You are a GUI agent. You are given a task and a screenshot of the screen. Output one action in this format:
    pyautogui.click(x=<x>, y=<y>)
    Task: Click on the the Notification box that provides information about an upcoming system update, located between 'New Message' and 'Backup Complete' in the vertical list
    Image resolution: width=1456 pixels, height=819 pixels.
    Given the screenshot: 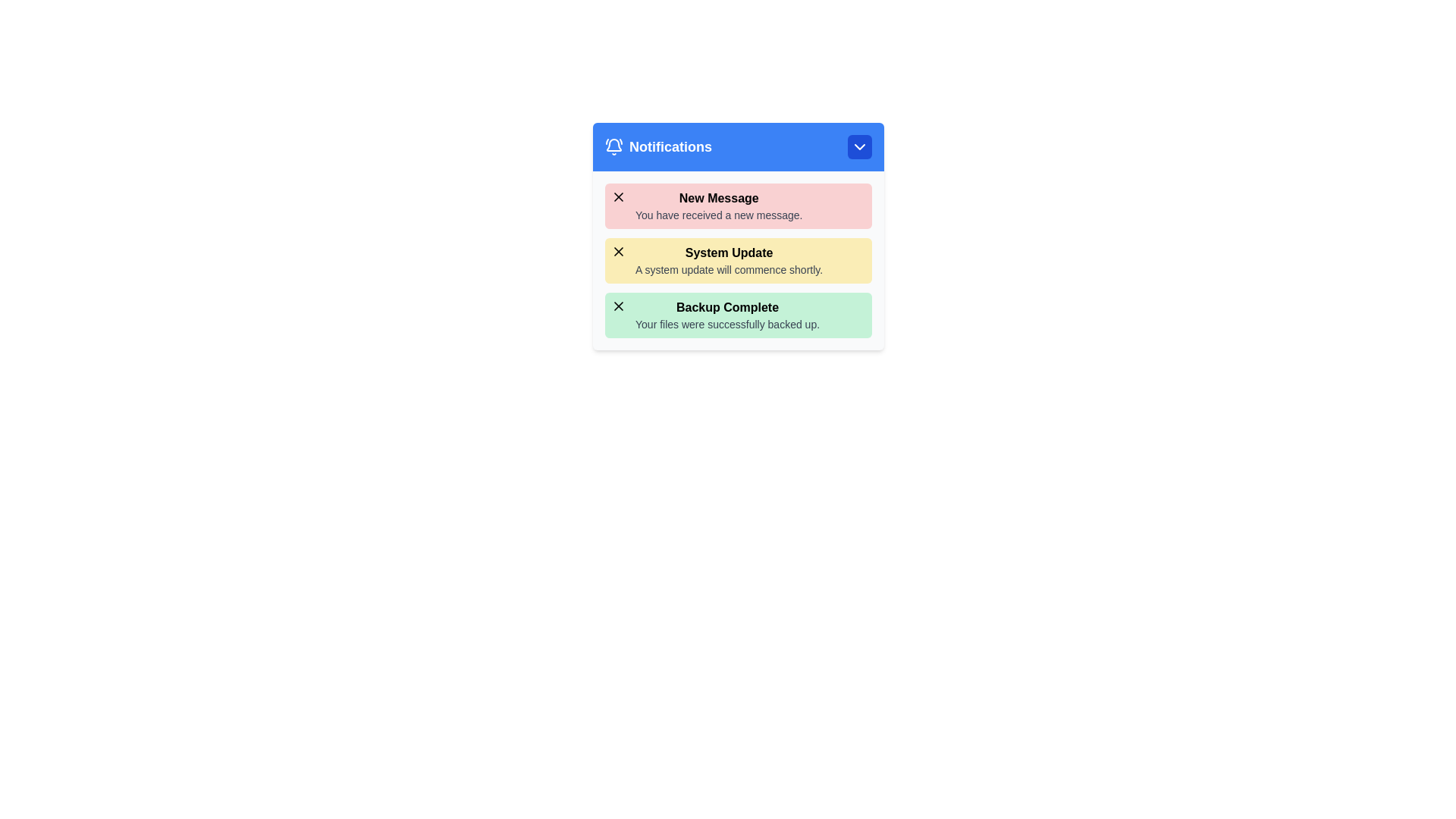 What is the action you would take?
    pyautogui.click(x=739, y=259)
    